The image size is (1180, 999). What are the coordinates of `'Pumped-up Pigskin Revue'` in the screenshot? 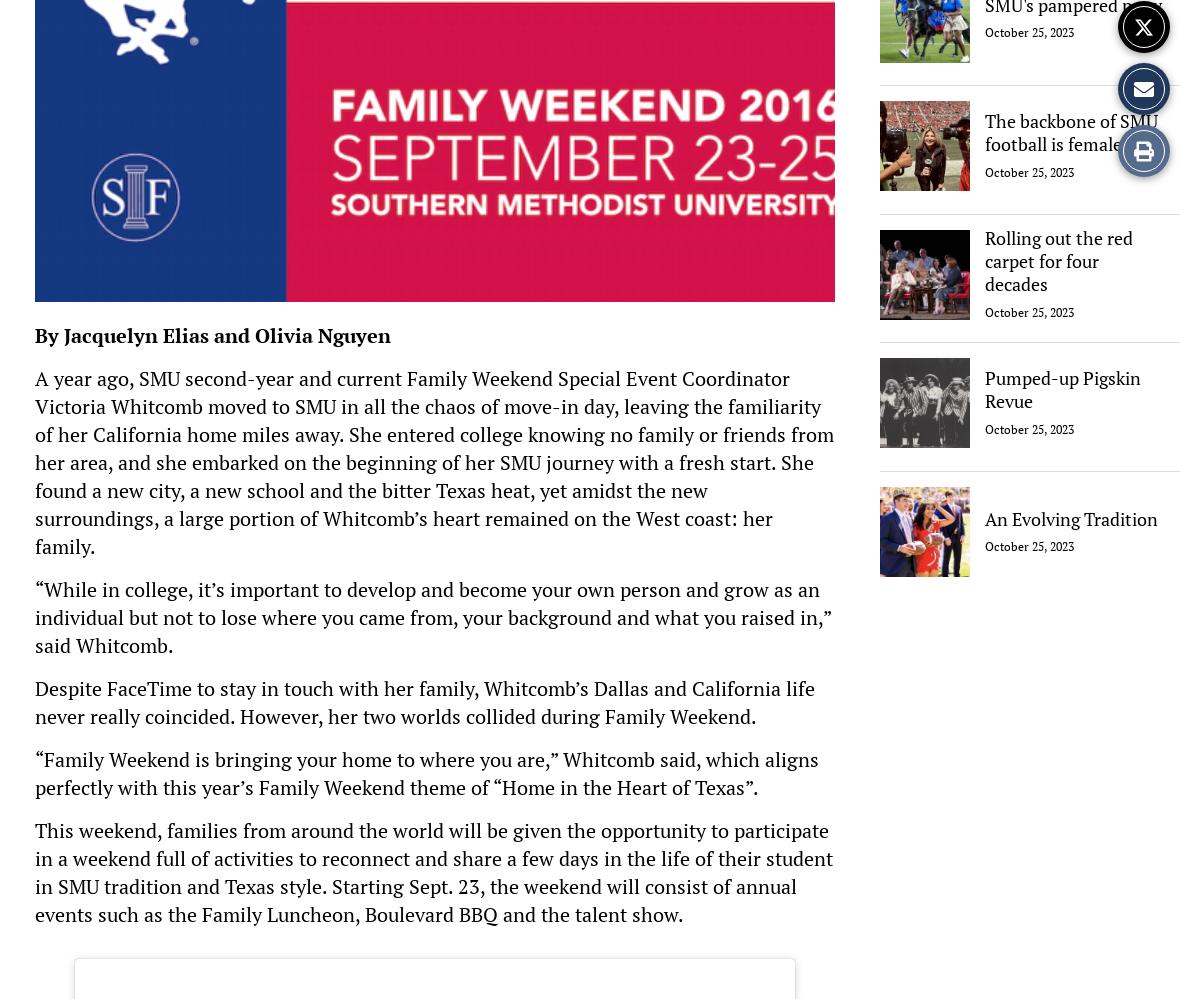 It's located at (1062, 388).